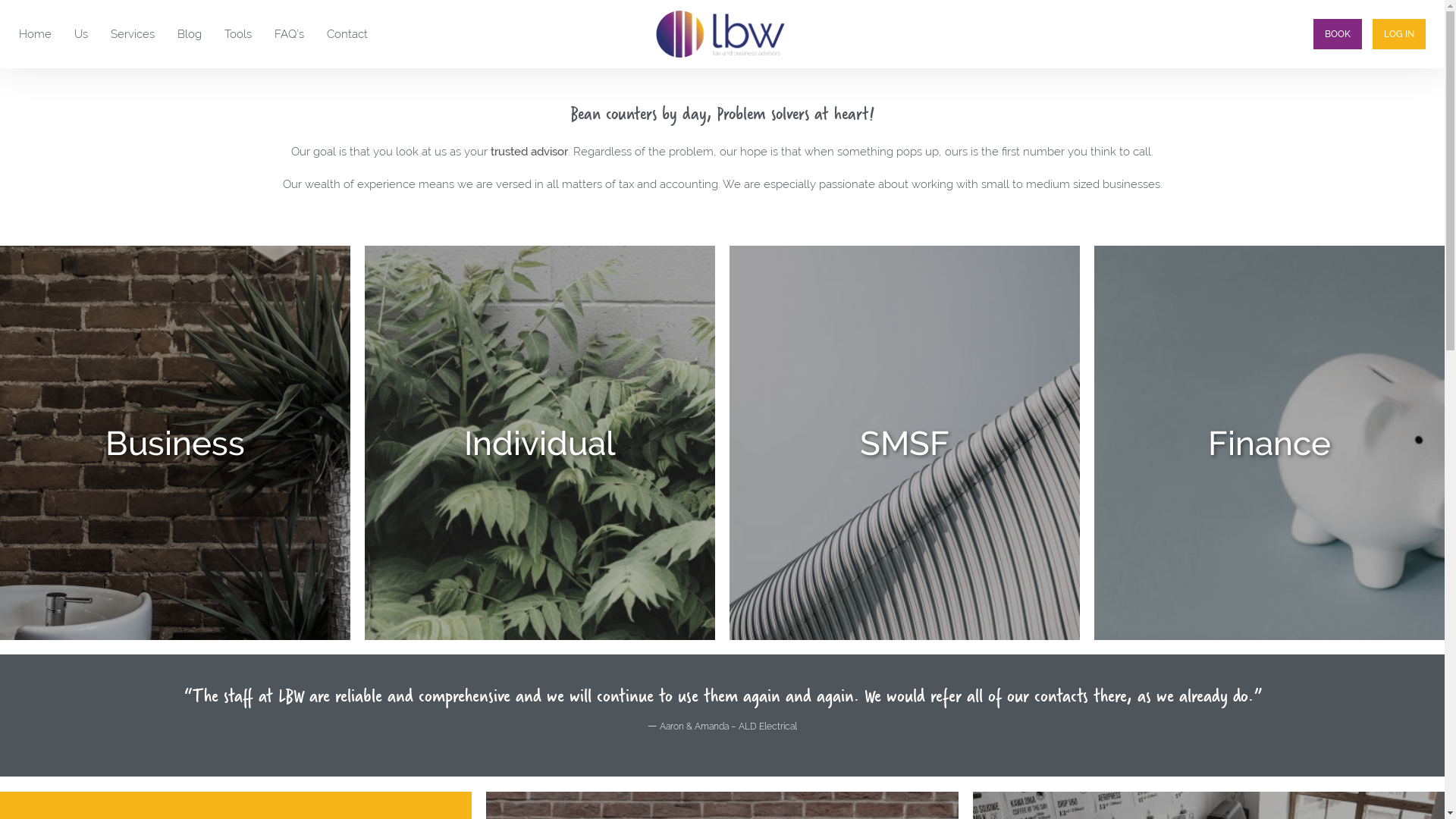  What do you see at coordinates (315, 34) in the screenshot?
I see `'Contact'` at bounding box center [315, 34].